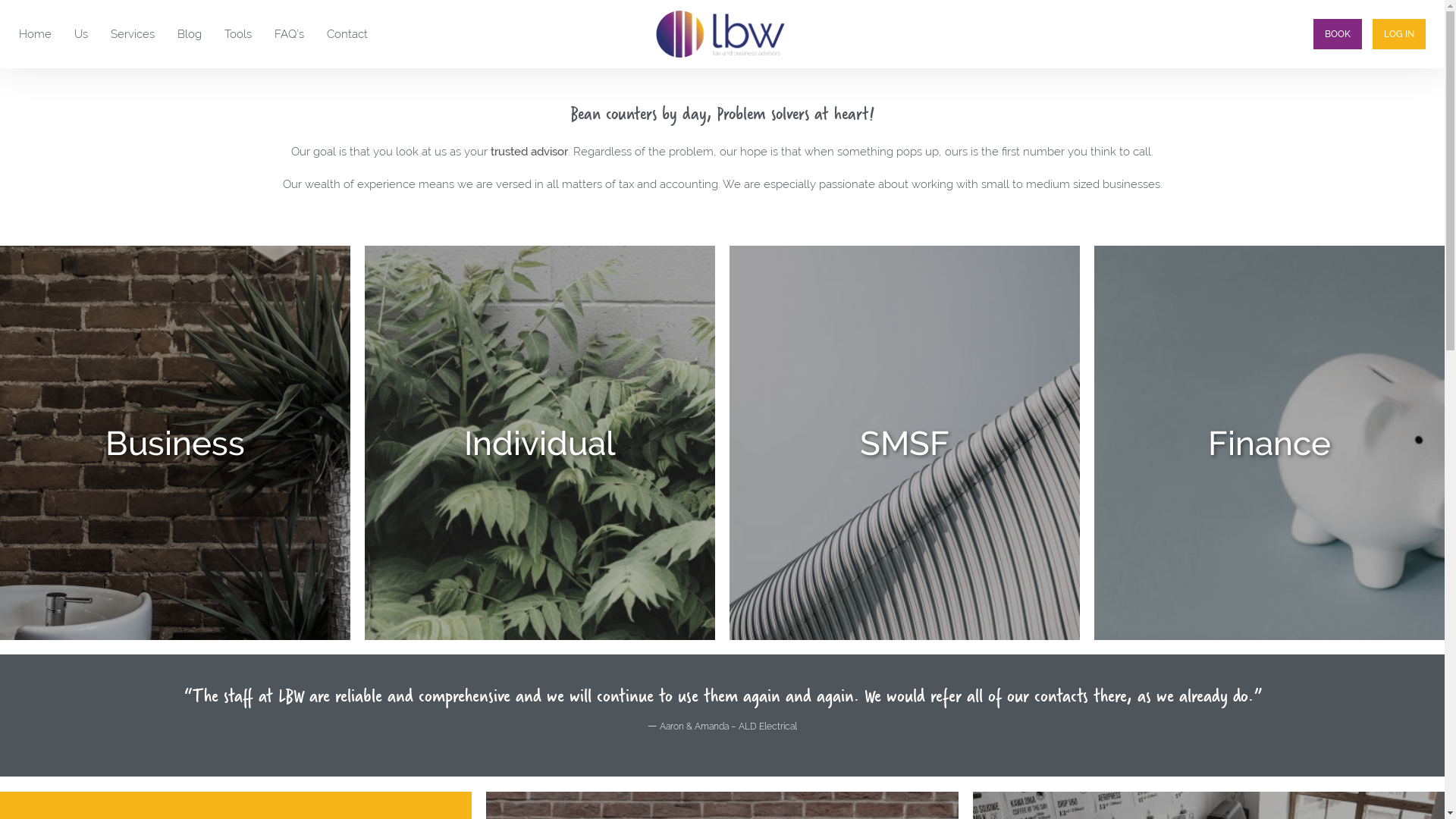  What do you see at coordinates (315, 34) in the screenshot?
I see `'Contact'` at bounding box center [315, 34].